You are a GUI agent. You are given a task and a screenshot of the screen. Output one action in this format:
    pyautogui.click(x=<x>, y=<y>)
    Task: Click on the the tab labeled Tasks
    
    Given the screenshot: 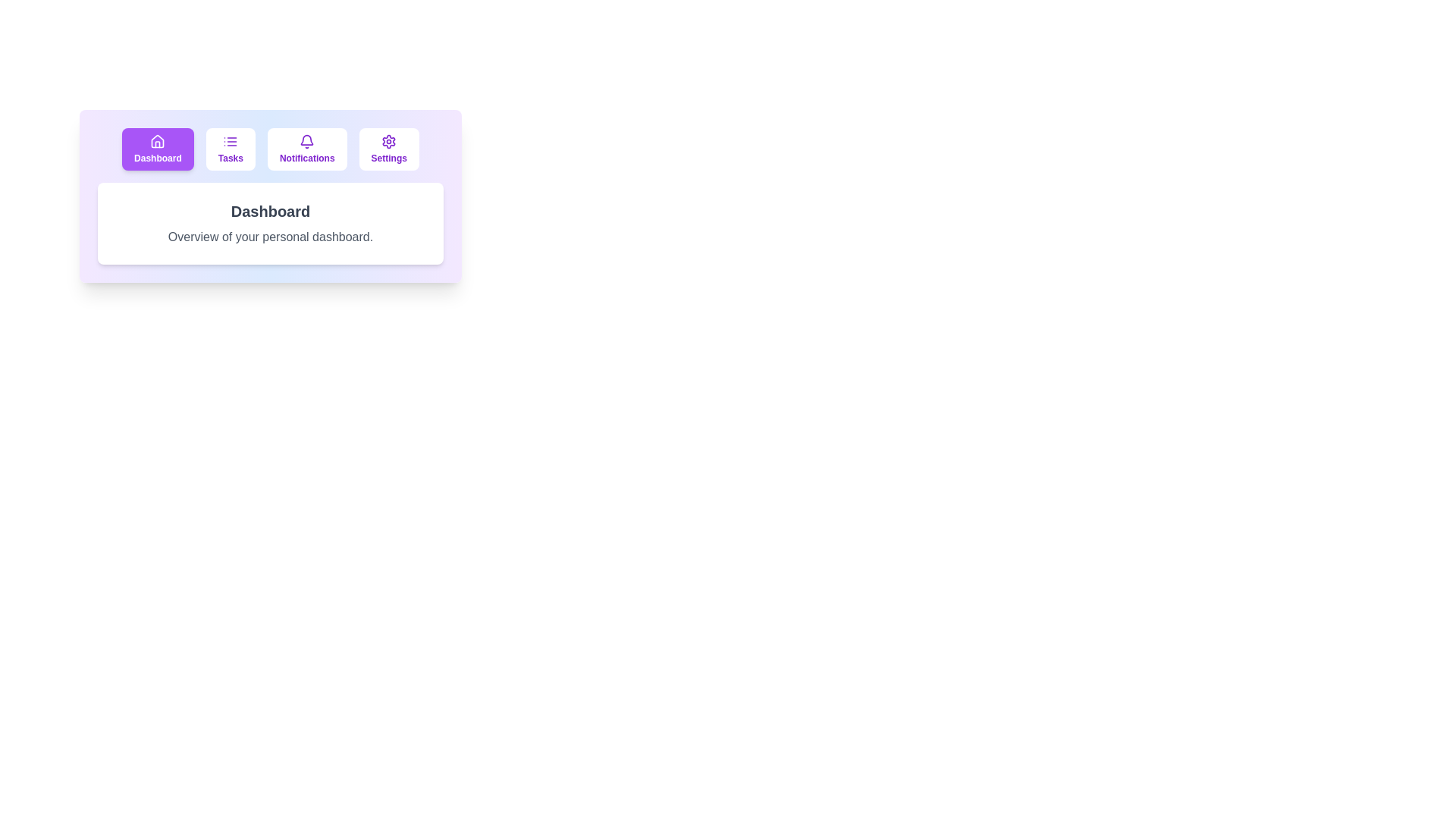 What is the action you would take?
    pyautogui.click(x=229, y=149)
    